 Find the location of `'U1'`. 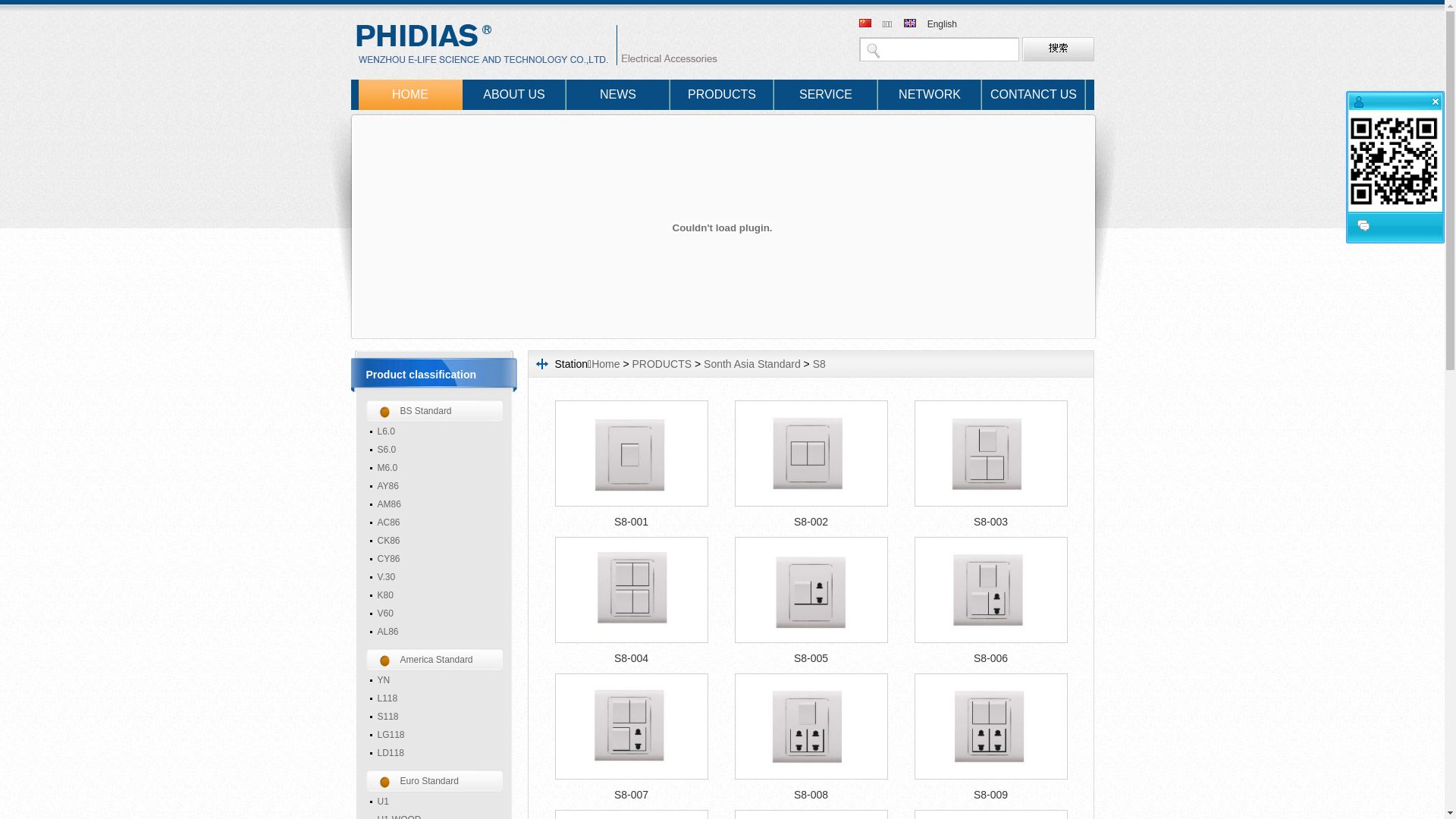

'U1' is located at coordinates (435, 800).